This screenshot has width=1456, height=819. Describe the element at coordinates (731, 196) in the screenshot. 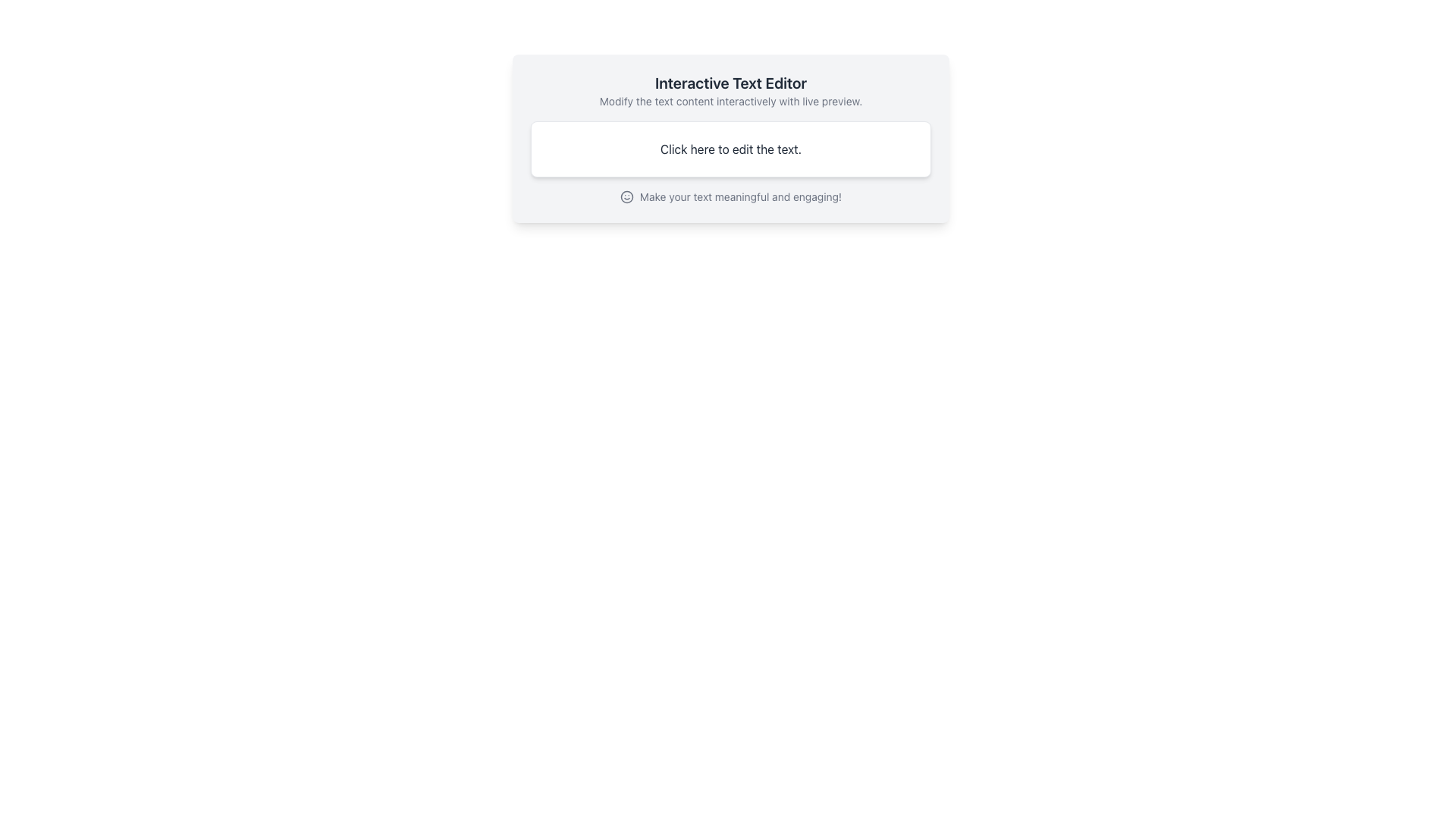

I see `the motivational Text Label that provides instructional messages, positioned below the 'Click here to edit the text' button` at that location.